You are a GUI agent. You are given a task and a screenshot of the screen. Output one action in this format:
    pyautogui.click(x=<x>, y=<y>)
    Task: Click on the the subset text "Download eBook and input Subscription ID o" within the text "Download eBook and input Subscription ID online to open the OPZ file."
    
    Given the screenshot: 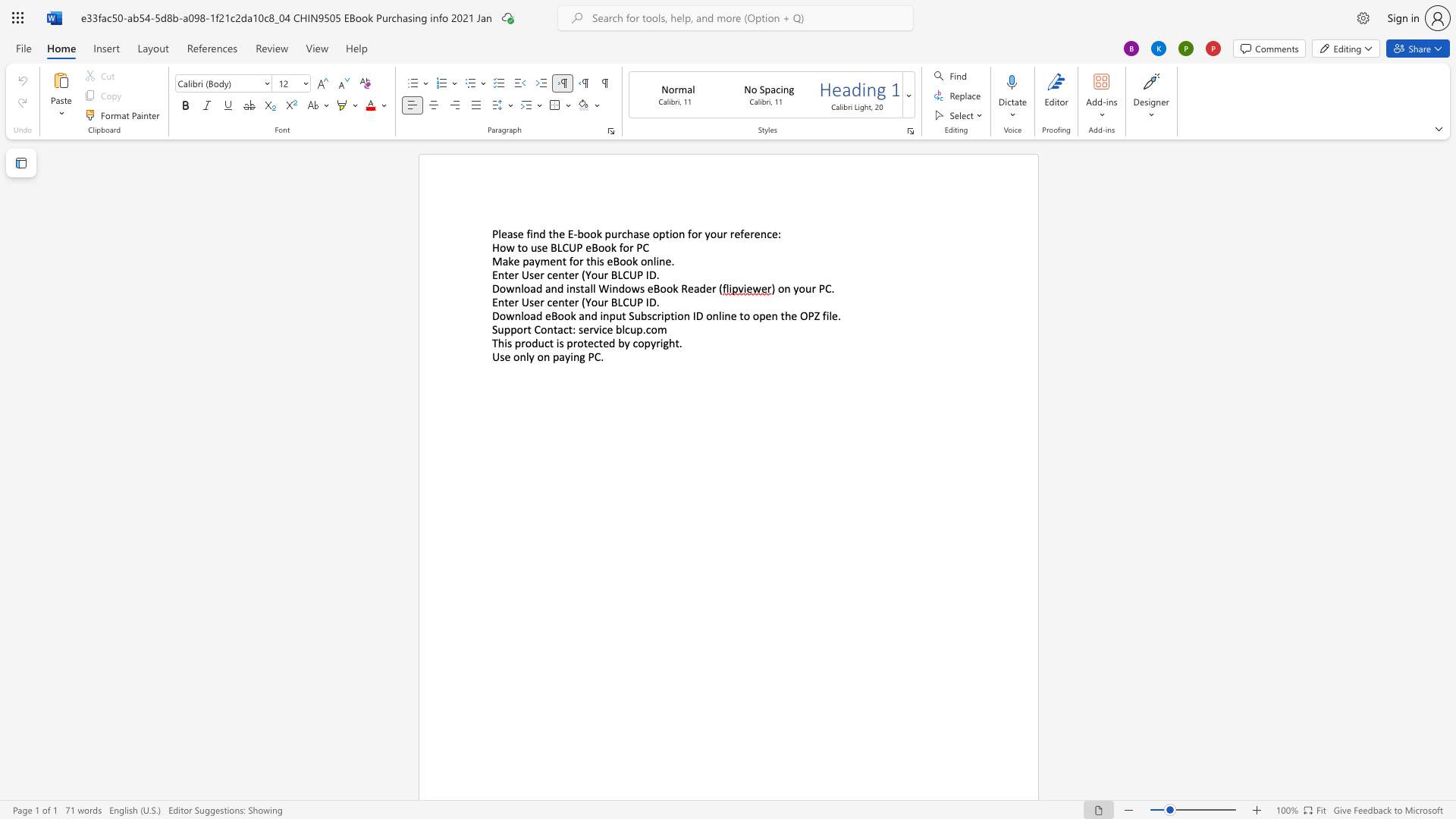 What is the action you would take?
    pyautogui.click(x=491, y=315)
    